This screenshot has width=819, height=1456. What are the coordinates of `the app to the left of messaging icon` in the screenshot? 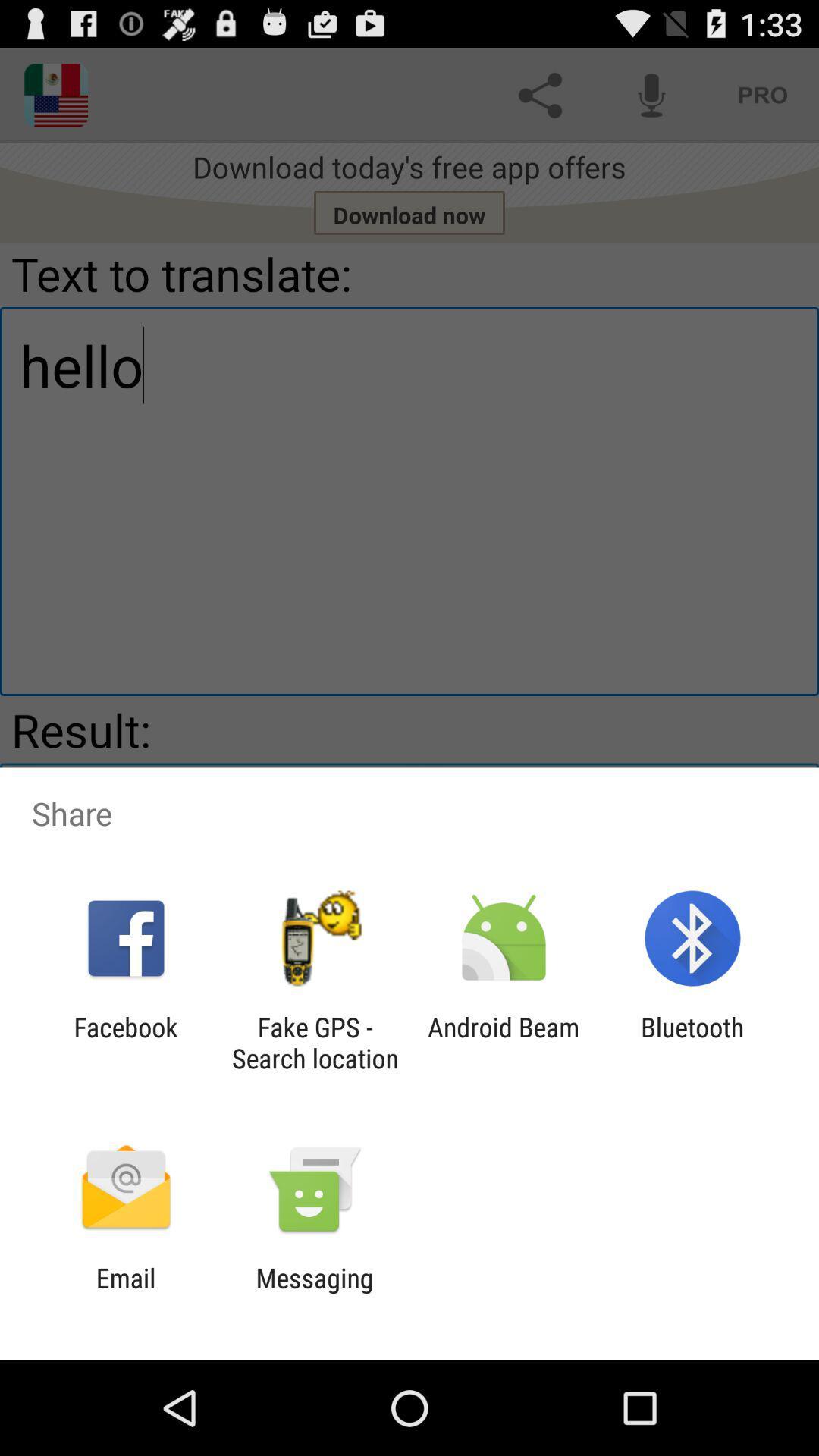 It's located at (125, 1293).